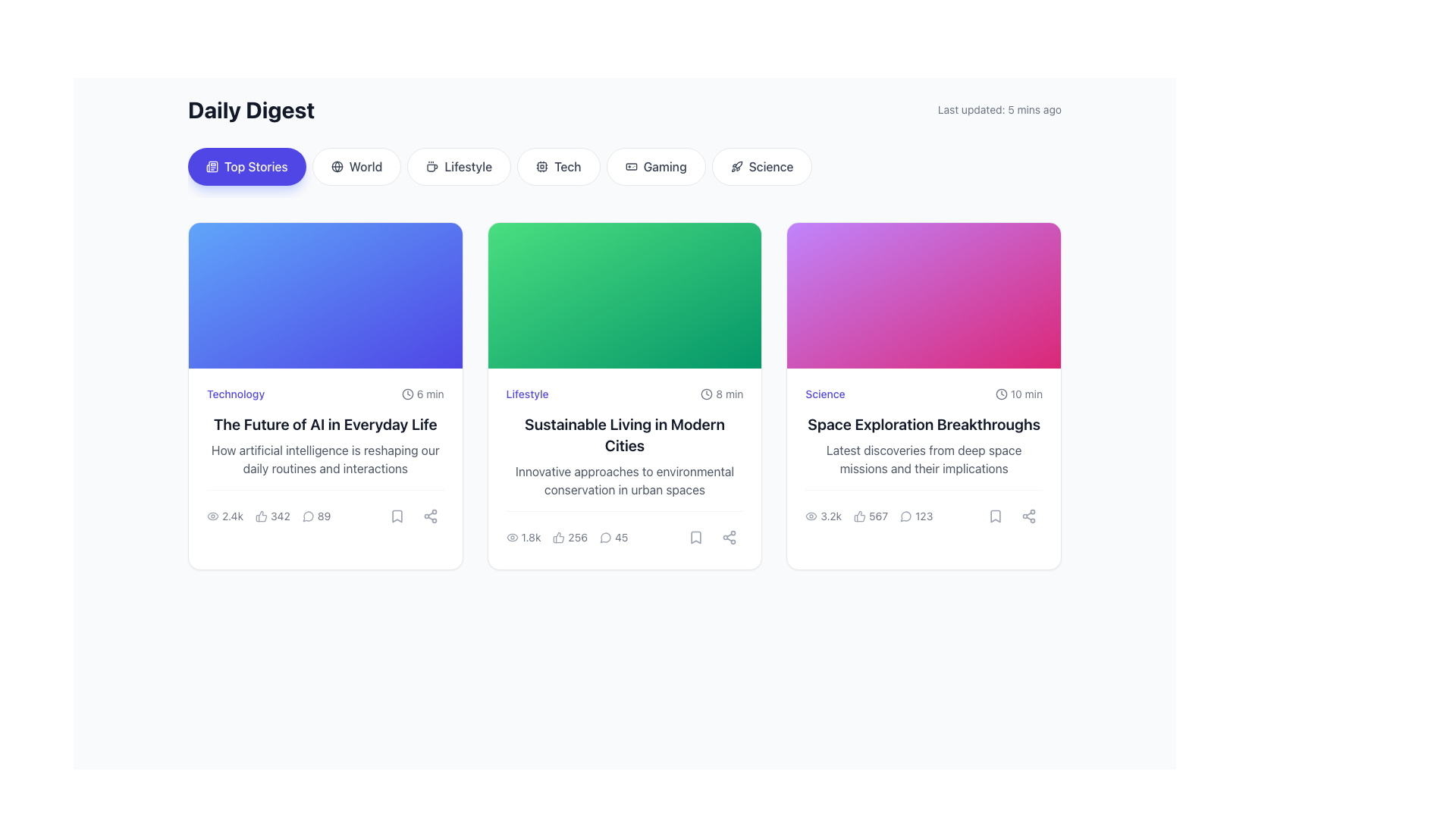  Describe the element at coordinates (721, 394) in the screenshot. I see `the estimated reading time text with icon located in the top-right corner of the 'Lifestyle' card, aligned with the 'Lifestyle' tag` at that location.